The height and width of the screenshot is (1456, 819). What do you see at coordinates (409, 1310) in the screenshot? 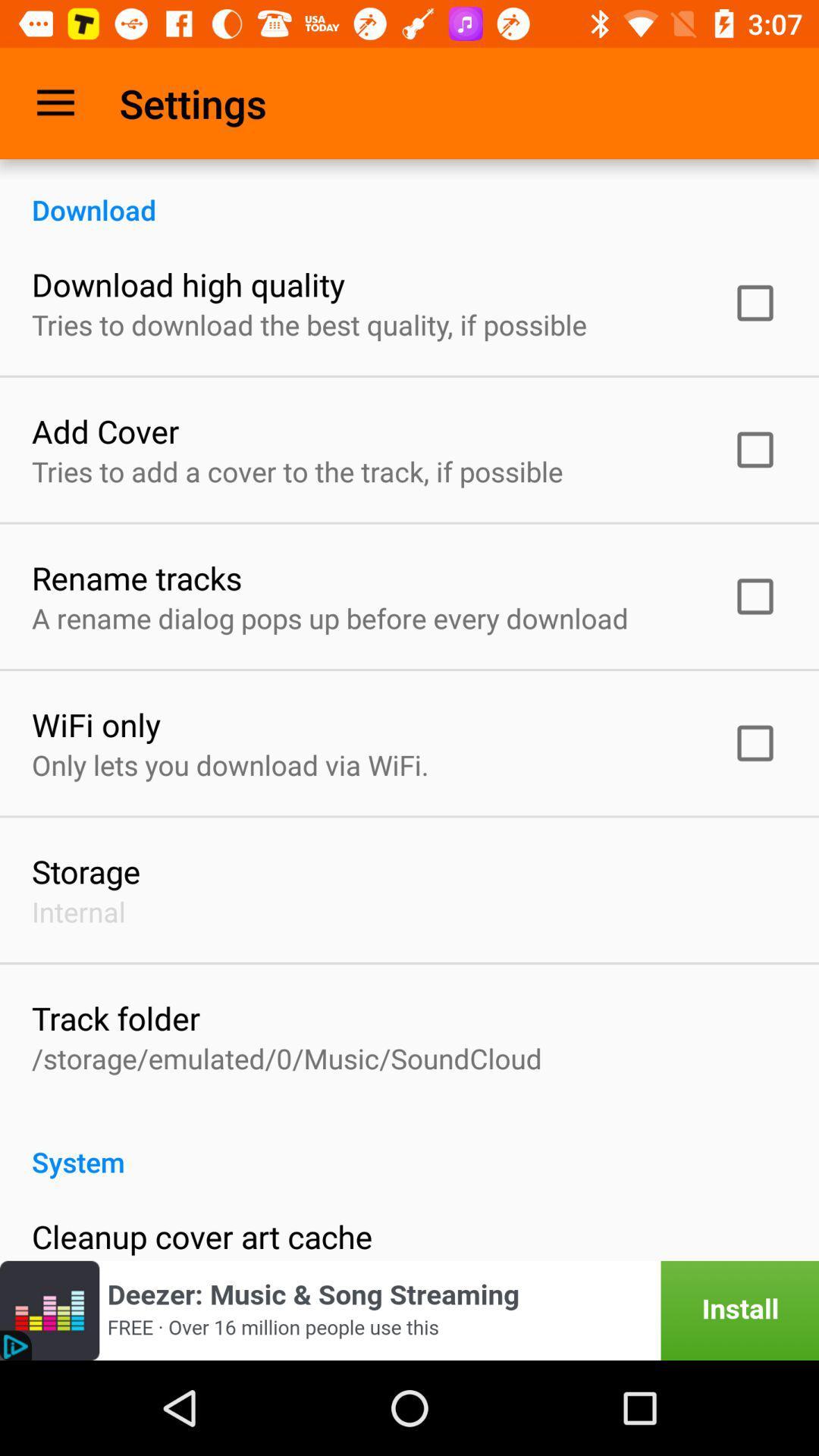
I see `commercial` at bounding box center [409, 1310].